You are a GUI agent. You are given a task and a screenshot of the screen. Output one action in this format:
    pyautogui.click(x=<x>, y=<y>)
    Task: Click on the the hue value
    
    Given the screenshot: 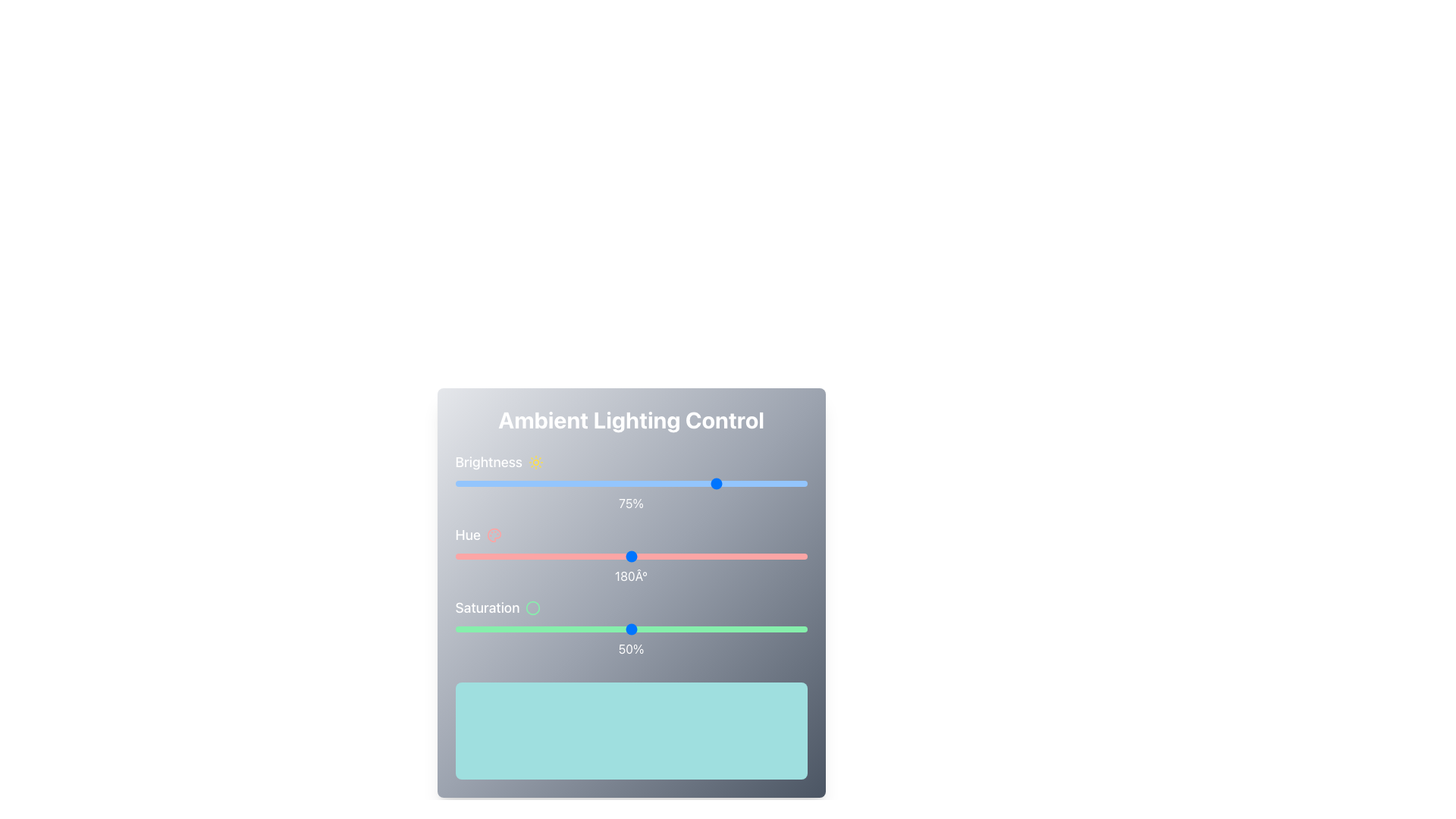 What is the action you would take?
    pyautogui.click(x=747, y=556)
    